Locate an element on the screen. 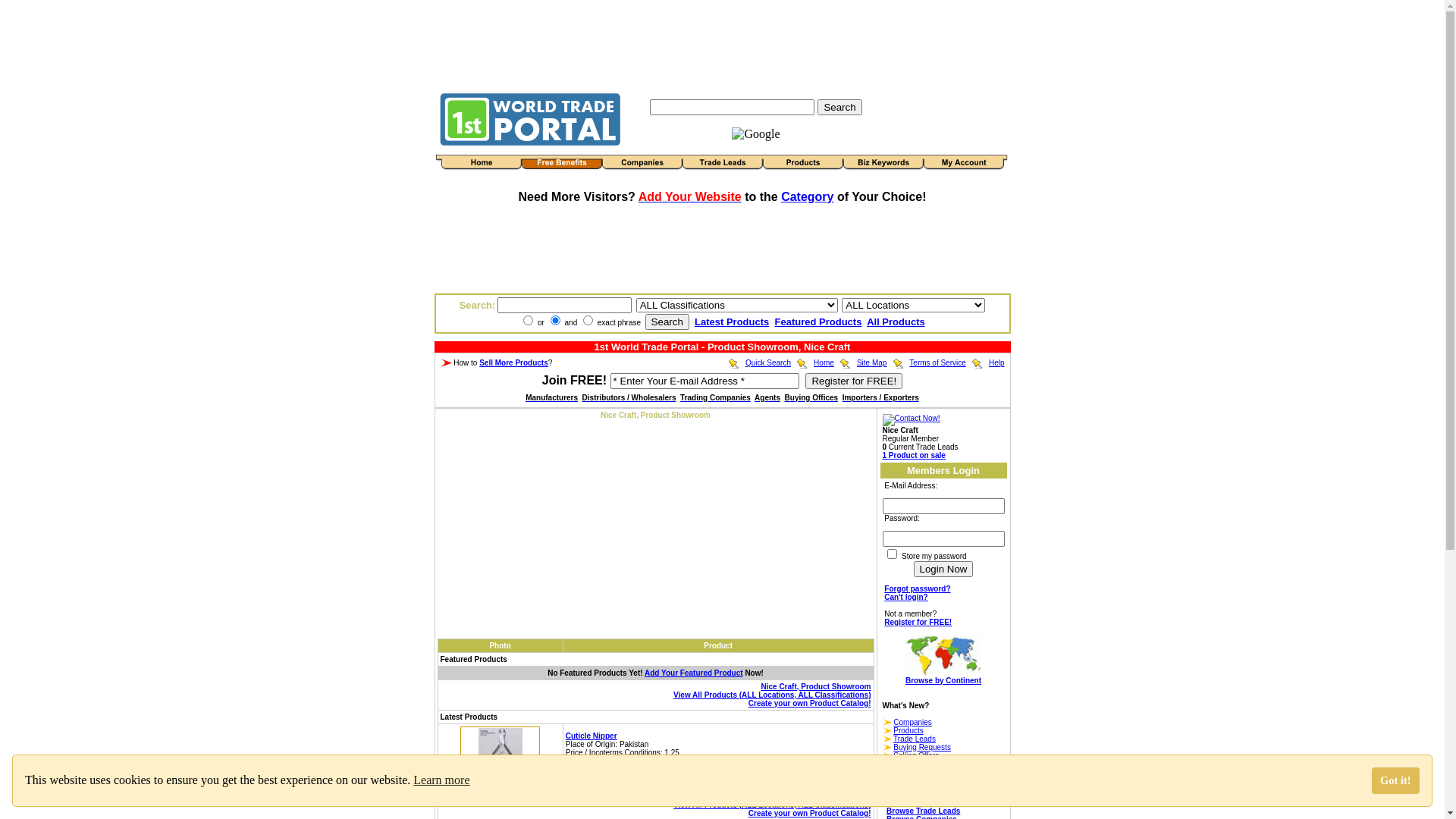  'Selling Offers' is located at coordinates (915, 755).